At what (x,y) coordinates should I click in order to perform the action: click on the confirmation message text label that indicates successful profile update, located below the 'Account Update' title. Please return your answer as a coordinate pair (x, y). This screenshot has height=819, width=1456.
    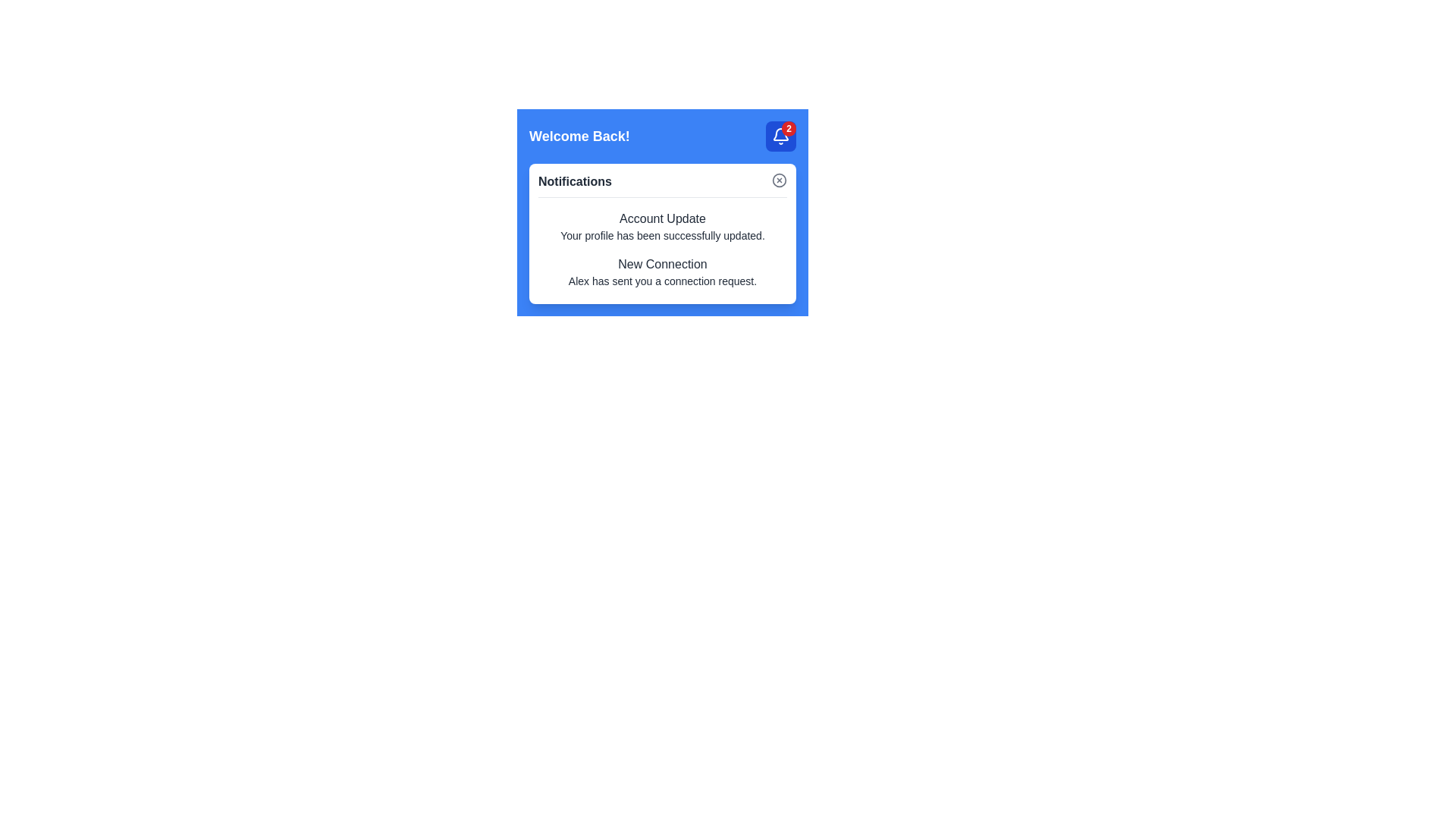
    Looking at the image, I should click on (662, 236).